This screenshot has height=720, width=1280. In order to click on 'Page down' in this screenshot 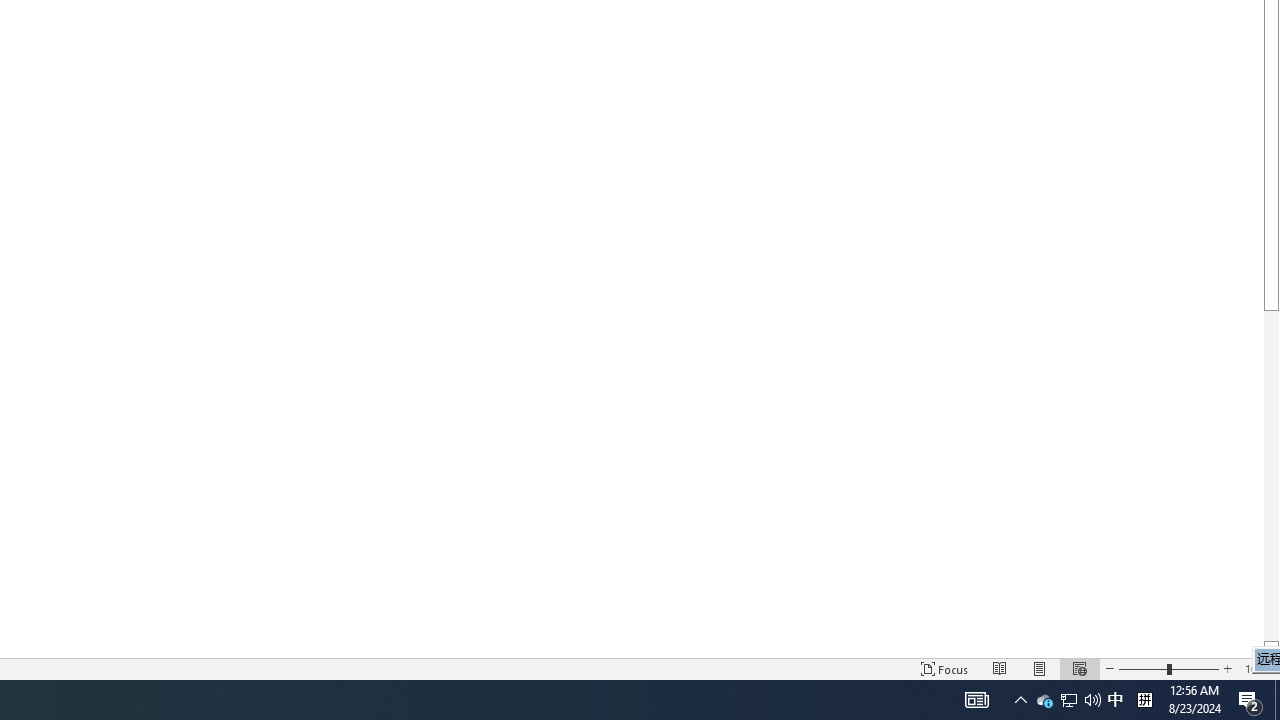, I will do `click(1270, 475)`.